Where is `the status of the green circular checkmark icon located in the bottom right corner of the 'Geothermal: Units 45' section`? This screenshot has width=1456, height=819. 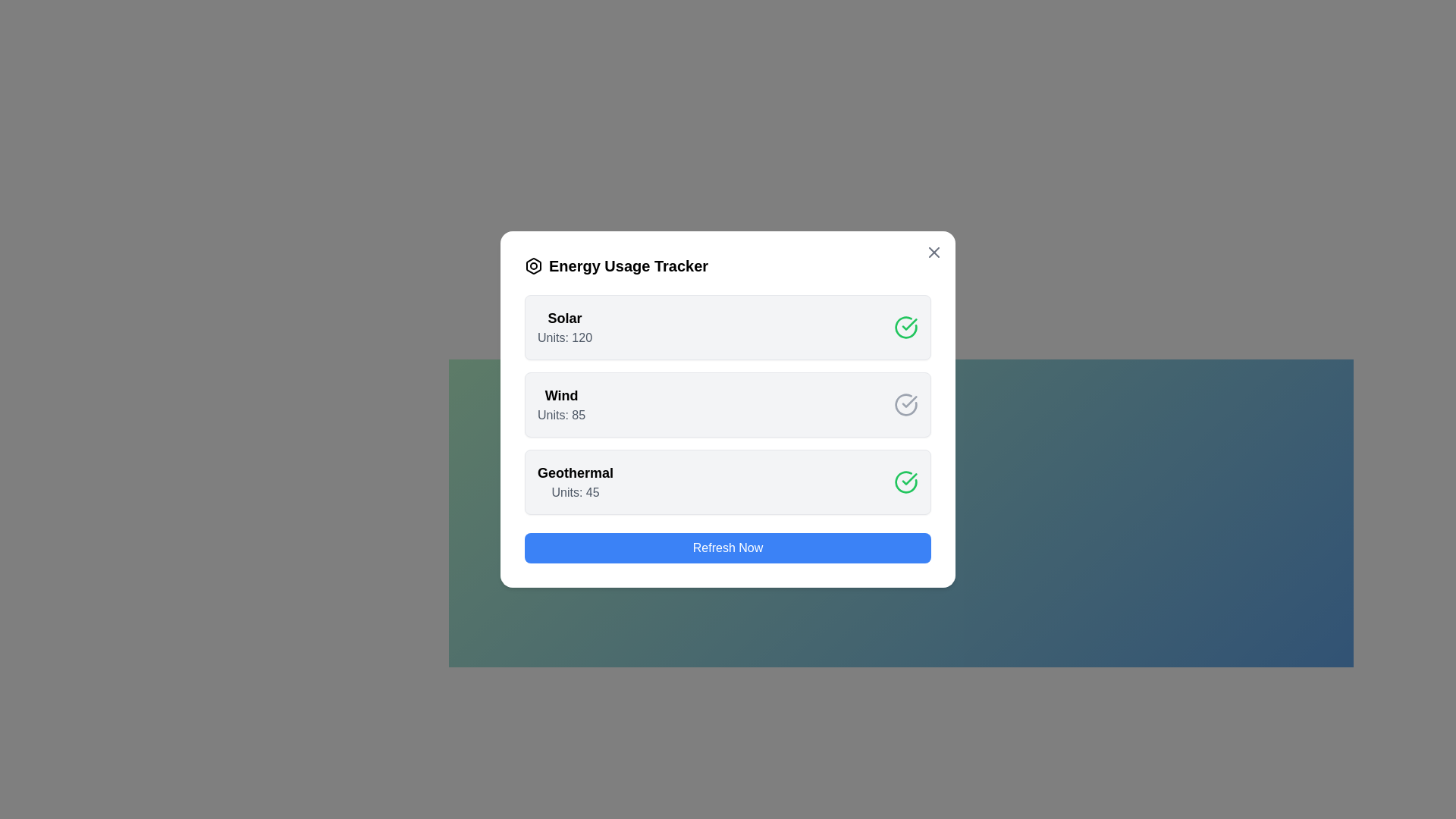
the status of the green circular checkmark icon located in the bottom right corner of the 'Geothermal: Units 45' section is located at coordinates (906, 482).